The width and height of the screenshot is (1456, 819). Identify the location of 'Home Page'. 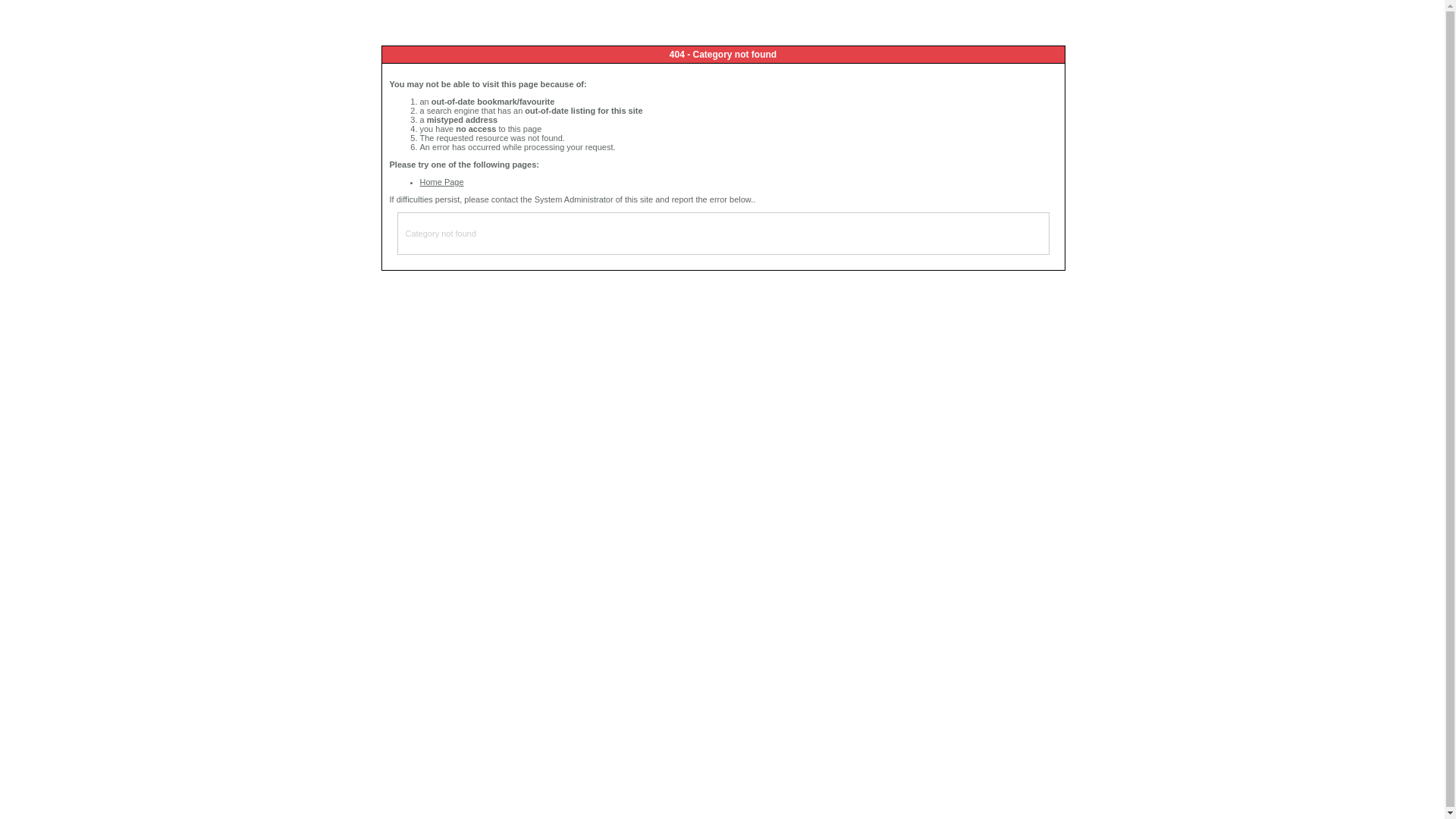
(441, 180).